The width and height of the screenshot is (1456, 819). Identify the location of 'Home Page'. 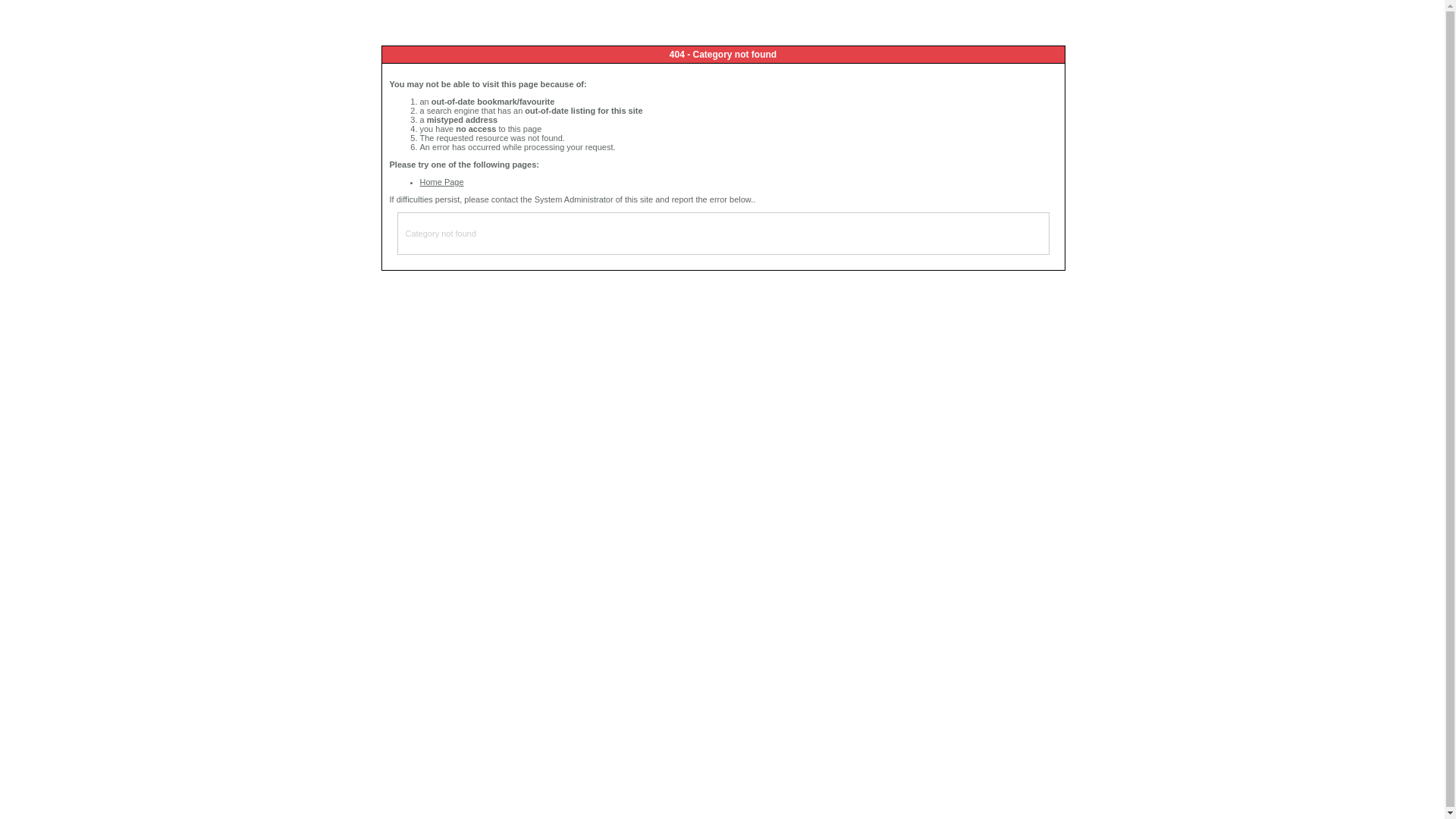
(441, 180).